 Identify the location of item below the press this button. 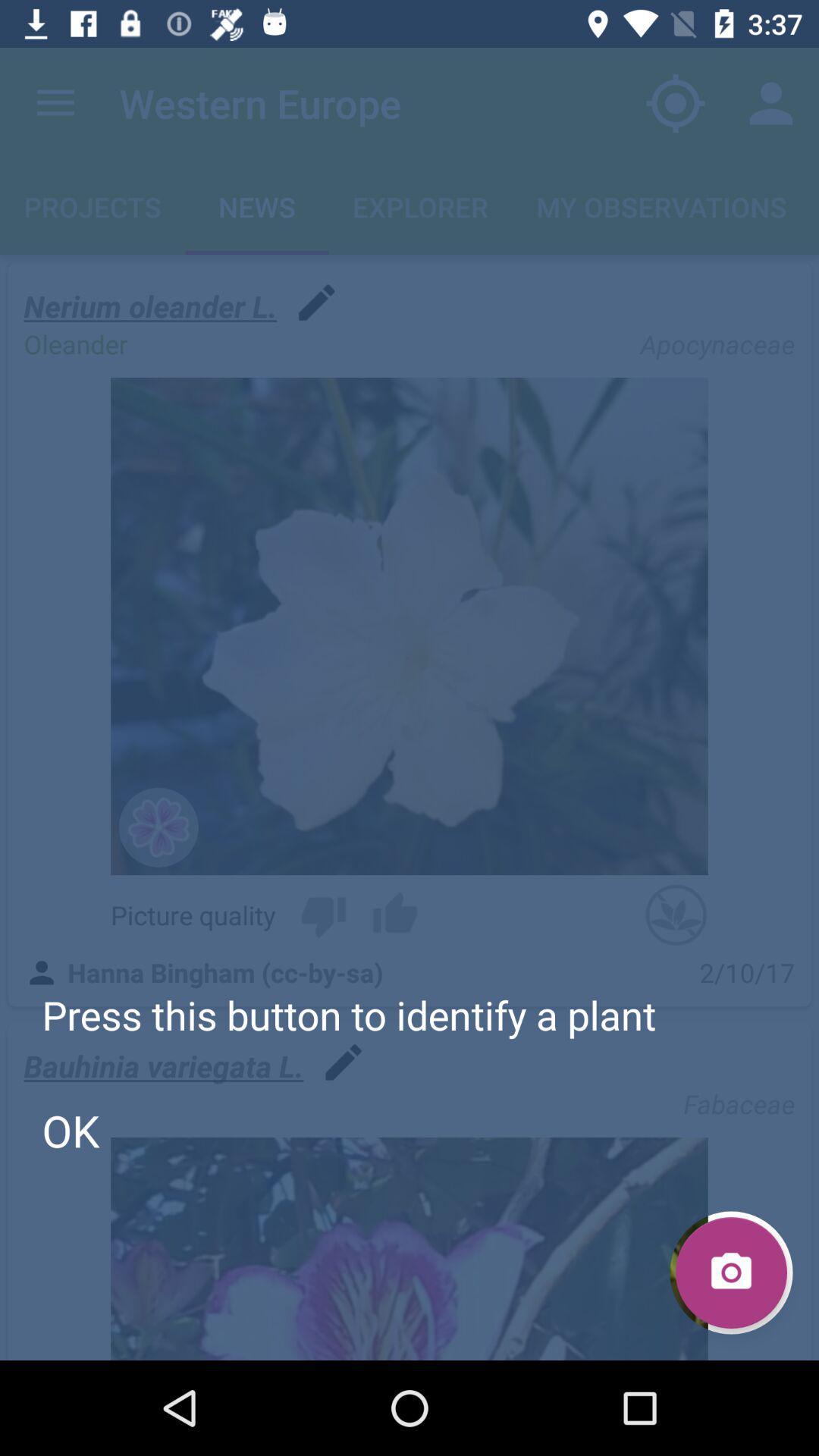
(71, 1130).